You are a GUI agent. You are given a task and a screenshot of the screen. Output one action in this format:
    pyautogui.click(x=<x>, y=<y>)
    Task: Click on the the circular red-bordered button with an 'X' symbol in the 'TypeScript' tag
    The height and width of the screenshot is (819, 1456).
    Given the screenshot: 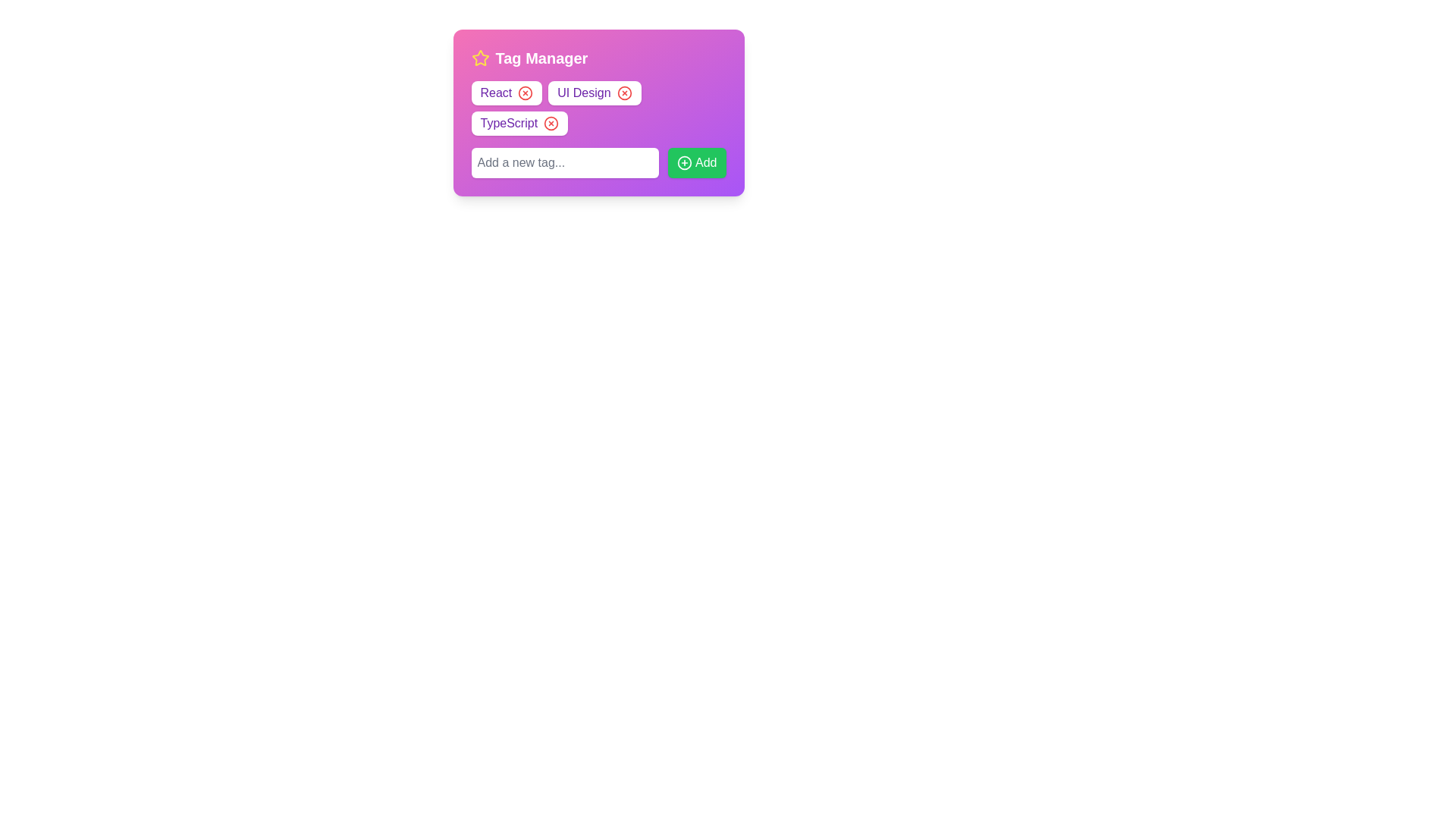 What is the action you would take?
    pyautogui.click(x=551, y=122)
    